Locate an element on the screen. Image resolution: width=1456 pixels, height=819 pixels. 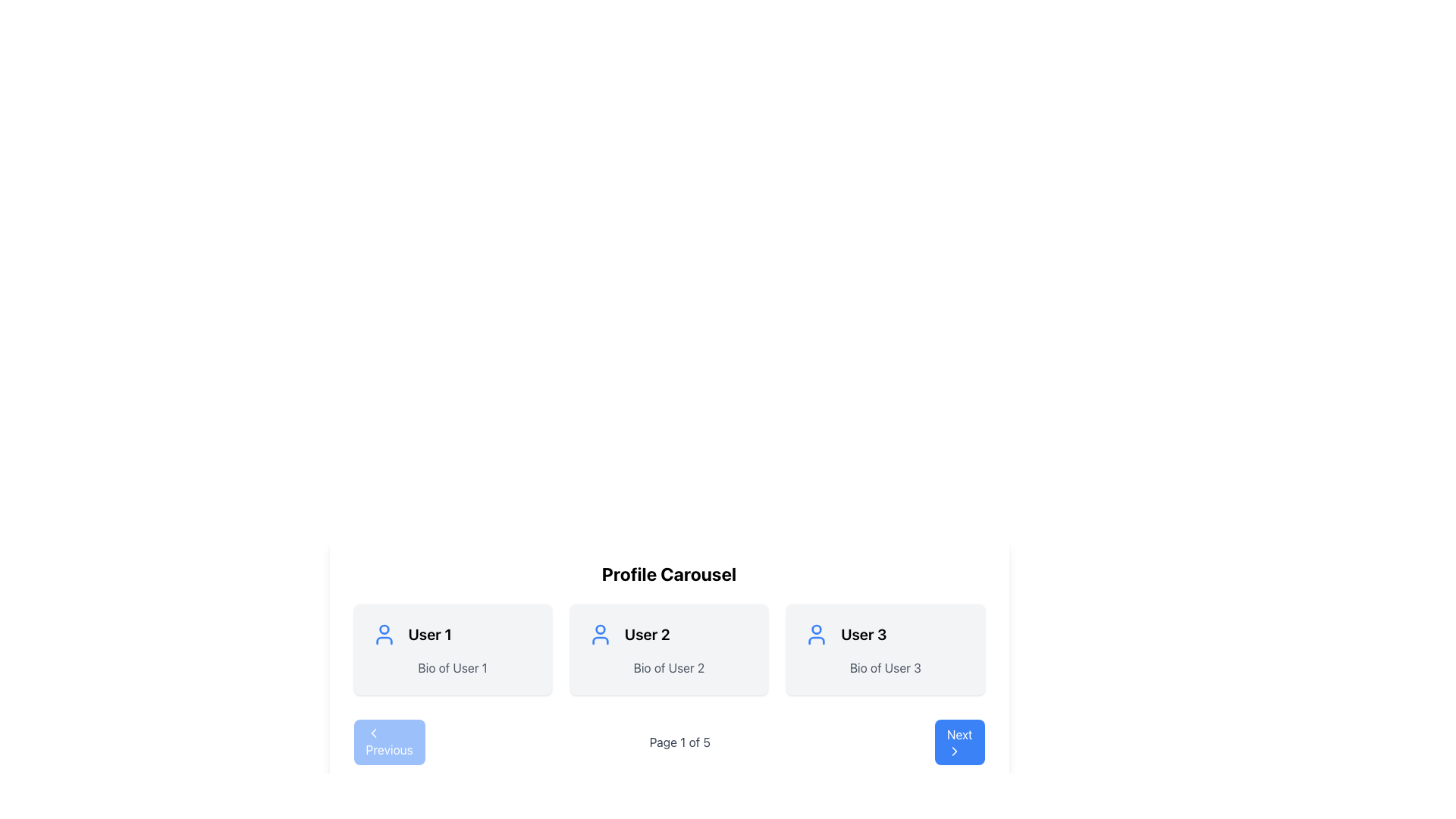
the 'User 2' text label with icon in the user profile card, which includes a circular person icon styled with a blue stroke and the text 'User 2' in large, bold font is located at coordinates (668, 635).